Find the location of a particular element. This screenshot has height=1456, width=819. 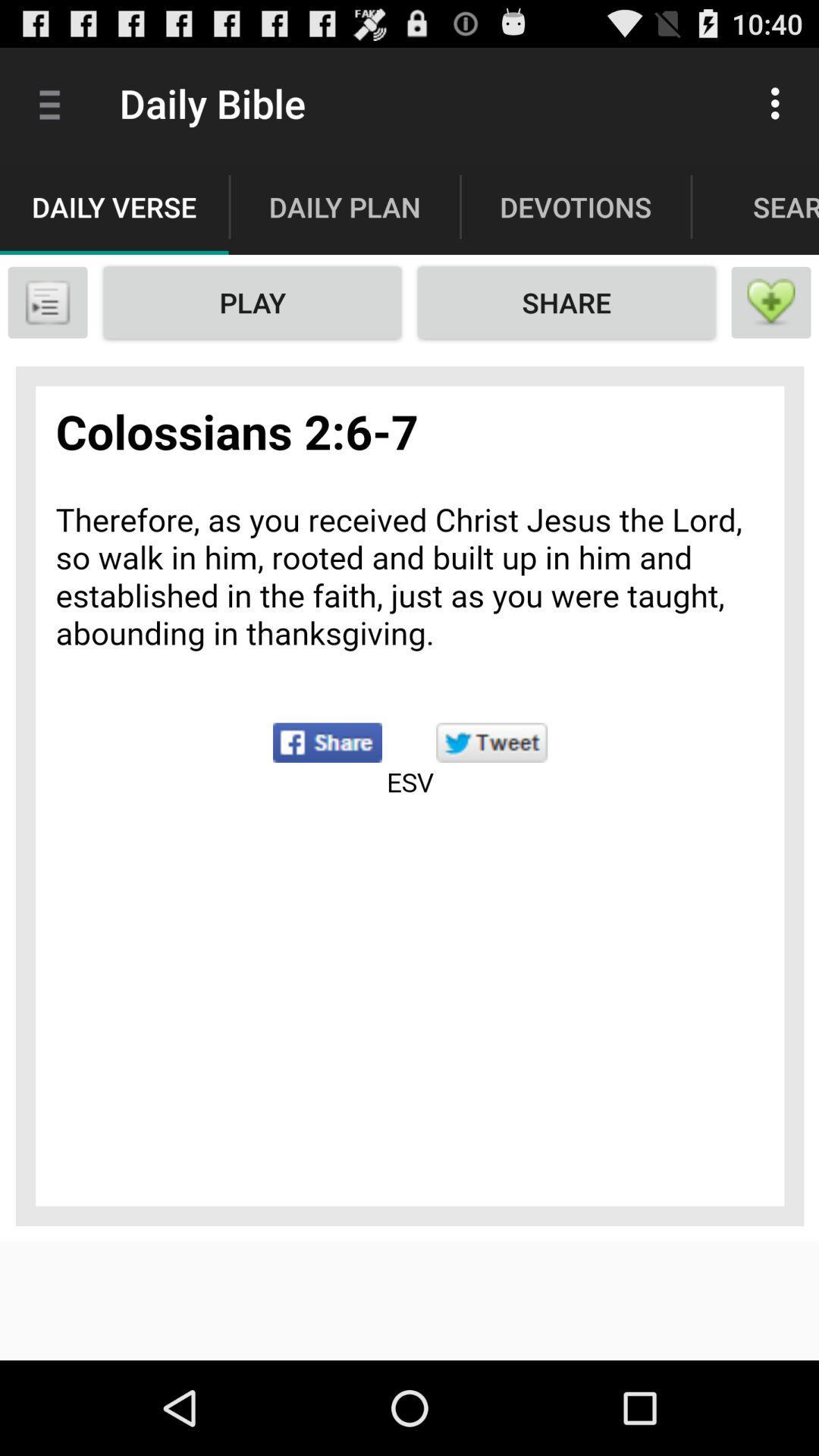

the button which is next to the daily plan is located at coordinates (576, 206).